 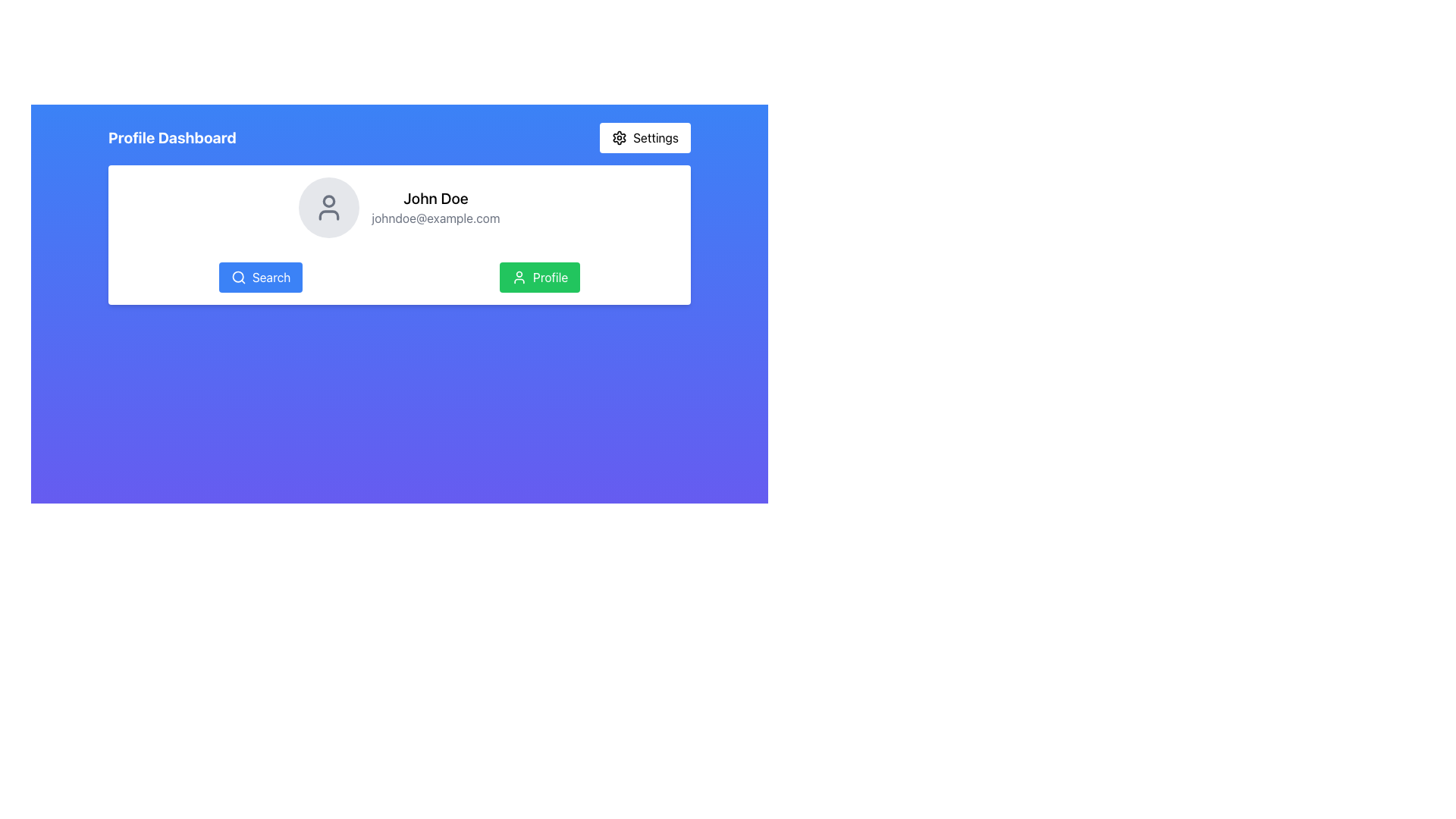 I want to click on the gear icon representing settings, which is located to the left of the text 'Settings', so click(x=620, y=137).